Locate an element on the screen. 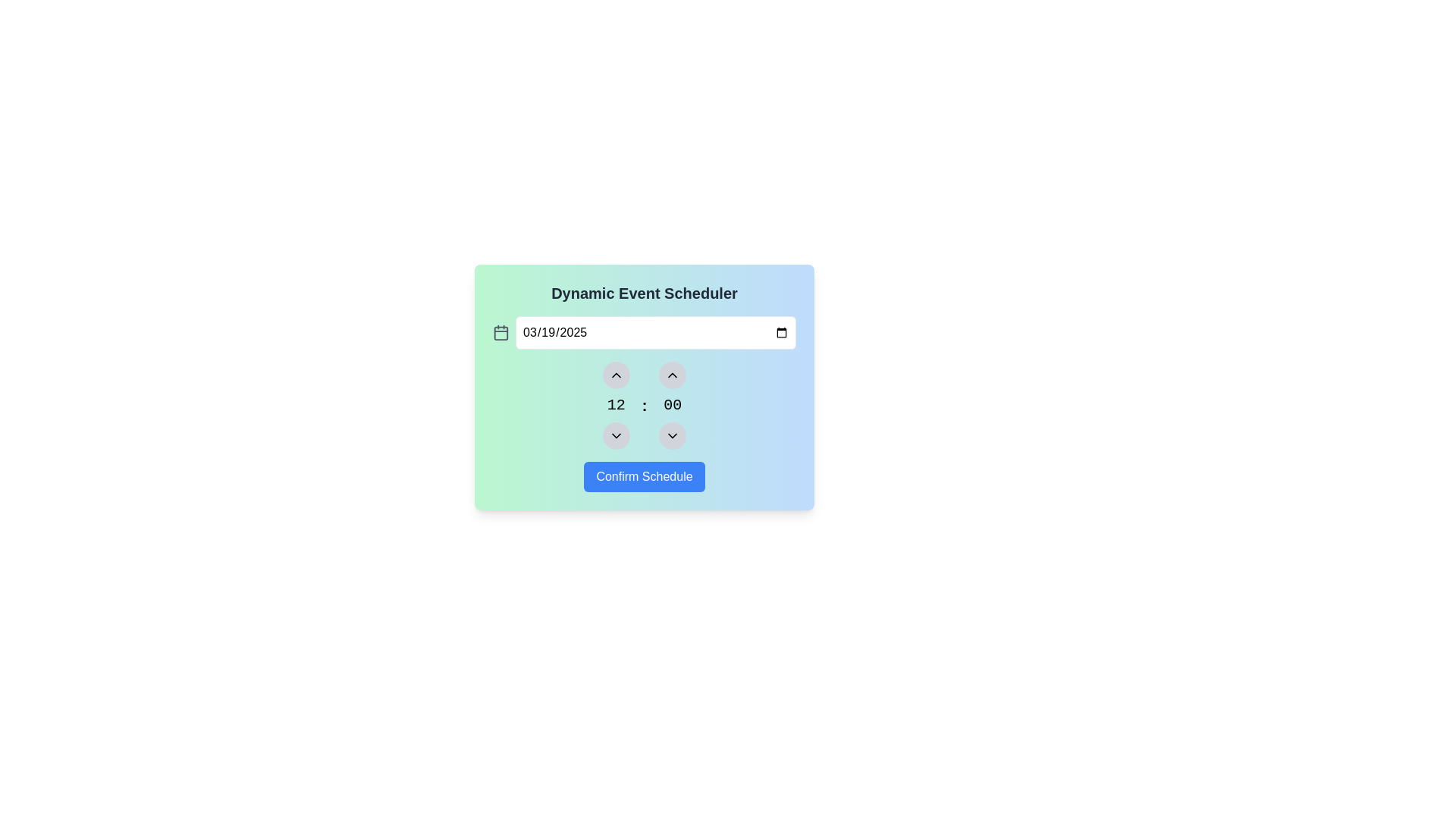 The width and height of the screenshot is (1456, 819). the chevron icon located at the bottom center of the interface is located at coordinates (672, 435).